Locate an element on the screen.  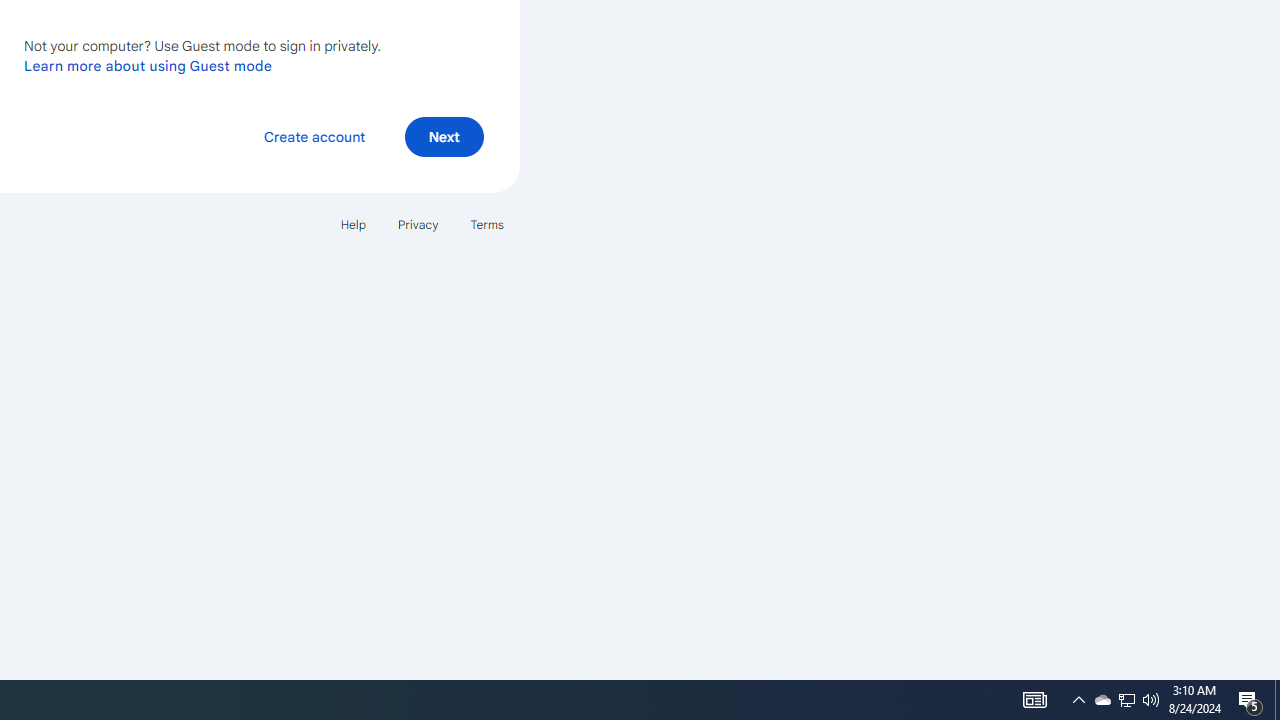
'Learn more about using Guest mode' is located at coordinates (147, 64).